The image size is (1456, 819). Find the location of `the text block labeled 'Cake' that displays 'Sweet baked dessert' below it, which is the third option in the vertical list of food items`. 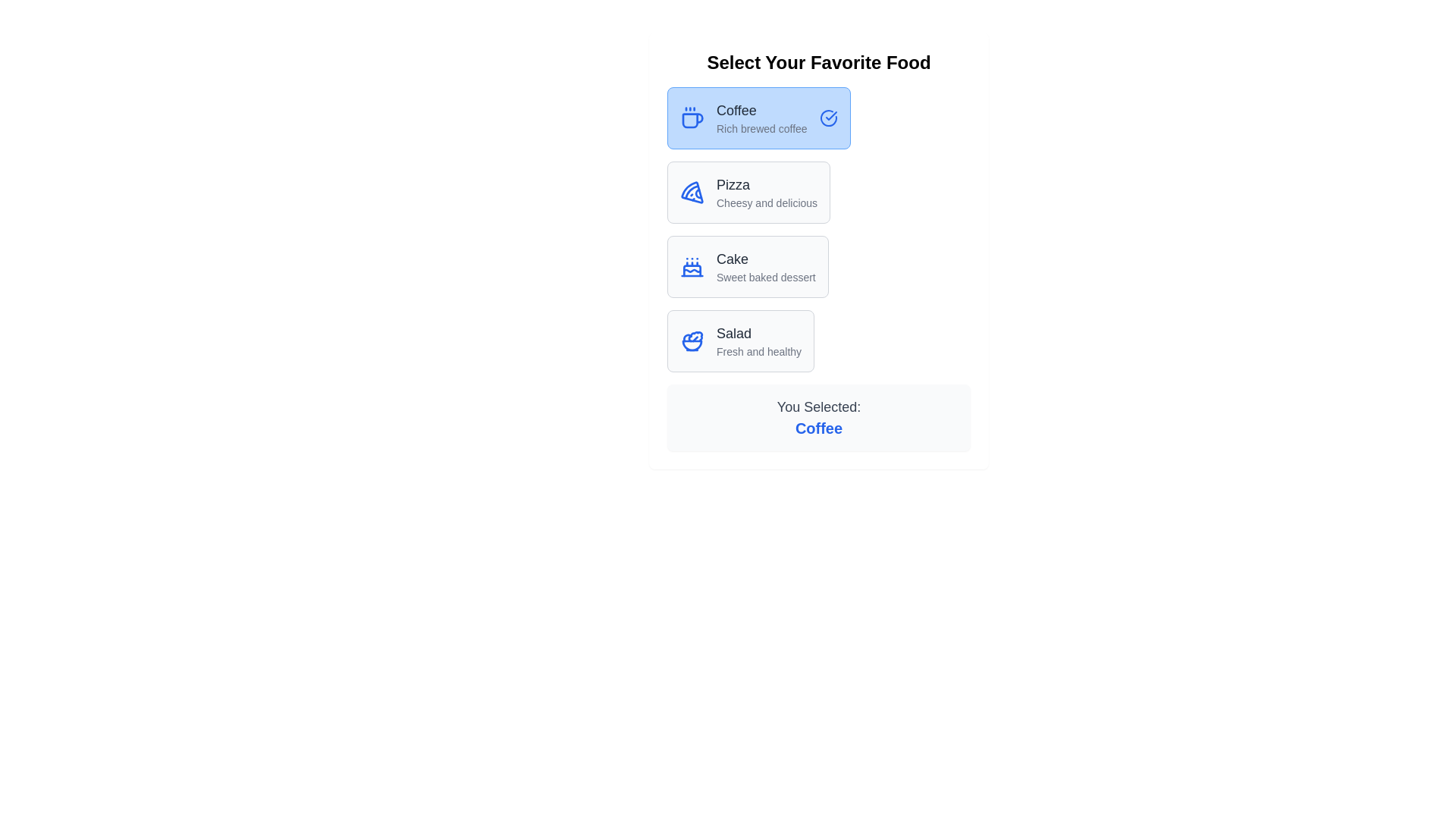

the text block labeled 'Cake' that displays 'Sweet baked dessert' below it, which is the third option in the vertical list of food items is located at coordinates (766, 265).